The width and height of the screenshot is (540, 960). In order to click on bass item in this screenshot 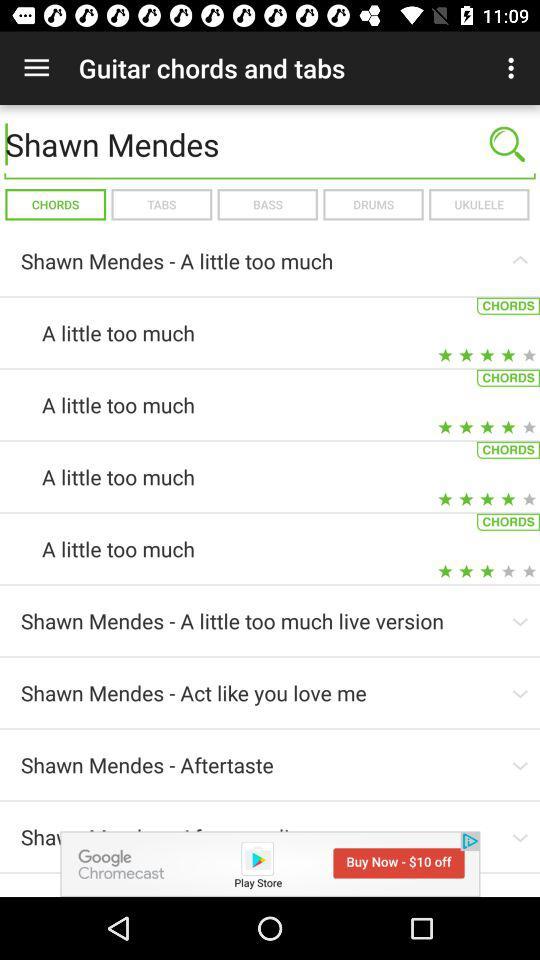, I will do `click(267, 204)`.